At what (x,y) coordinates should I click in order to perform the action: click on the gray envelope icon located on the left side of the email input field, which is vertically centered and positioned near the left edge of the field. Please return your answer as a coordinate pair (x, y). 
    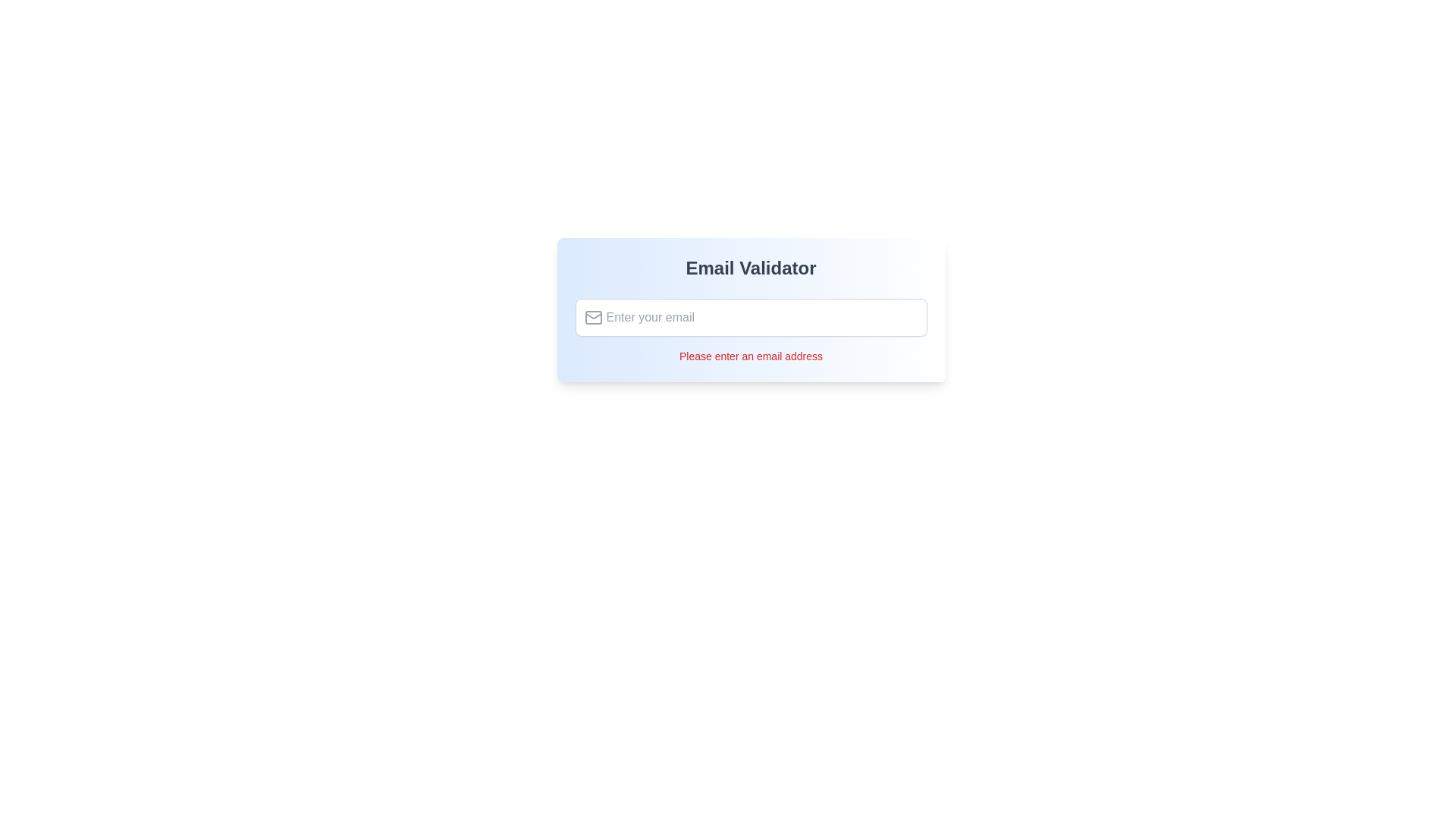
    Looking at the image, I should click on (592, 317).